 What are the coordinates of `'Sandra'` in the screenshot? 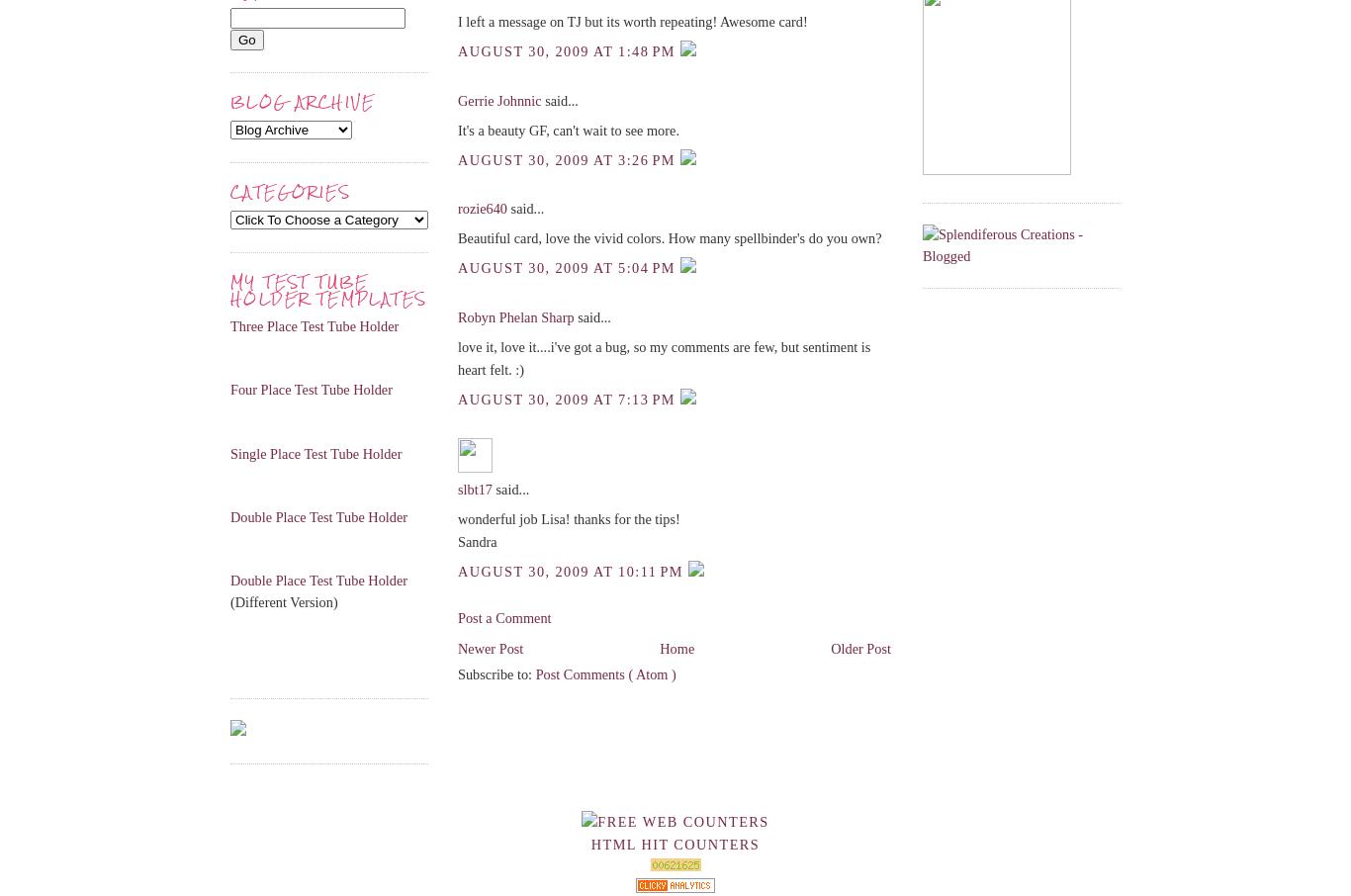 It's located at (477, 541).